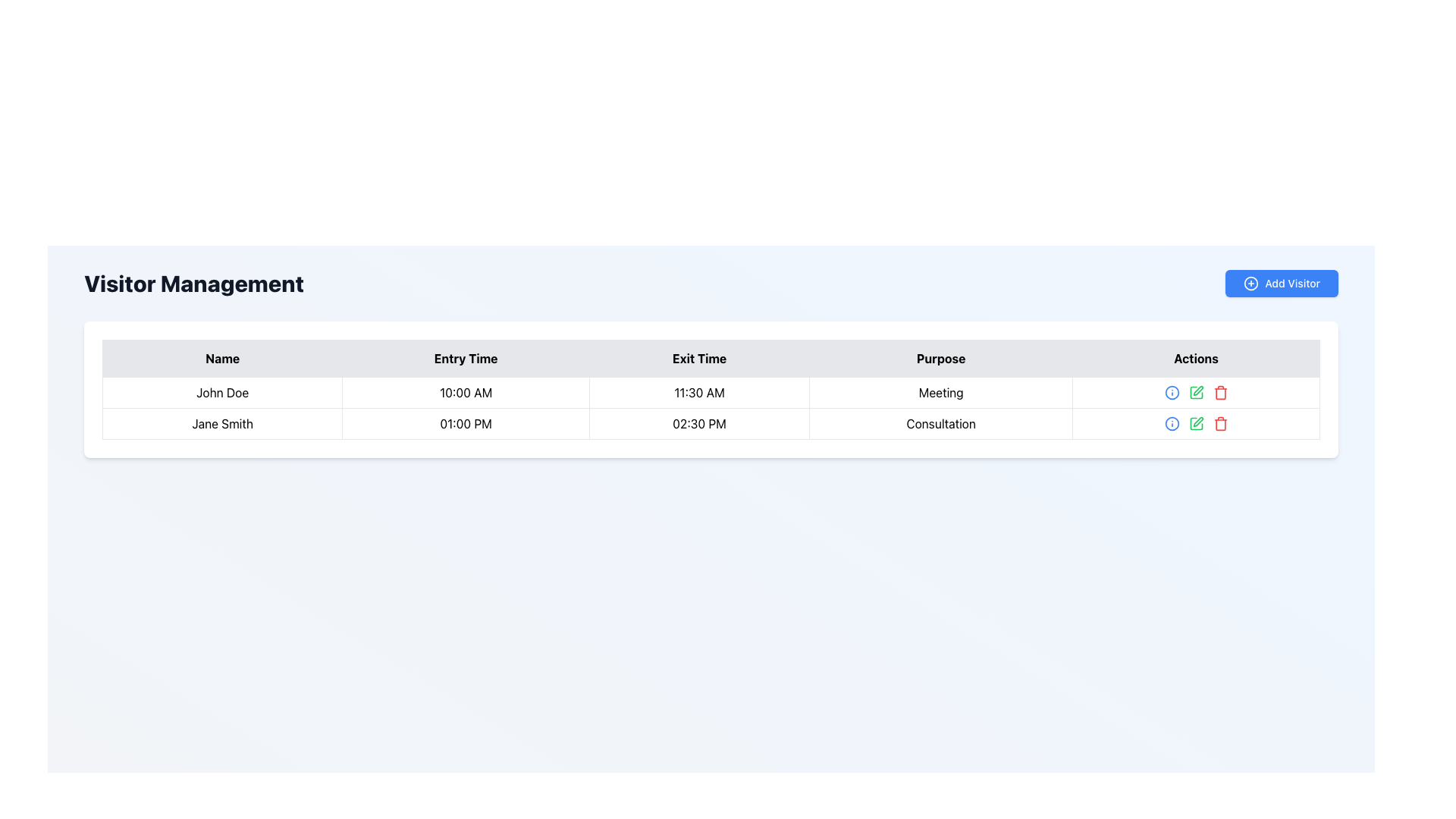 The image size is (1456, 819). Describe the element at coordinates (940, 424) in the screenshot. I see `the 'Consultation' text label in the 'Purpose' column of the second row associated with visitor 'Jane Smith.'` at that location.